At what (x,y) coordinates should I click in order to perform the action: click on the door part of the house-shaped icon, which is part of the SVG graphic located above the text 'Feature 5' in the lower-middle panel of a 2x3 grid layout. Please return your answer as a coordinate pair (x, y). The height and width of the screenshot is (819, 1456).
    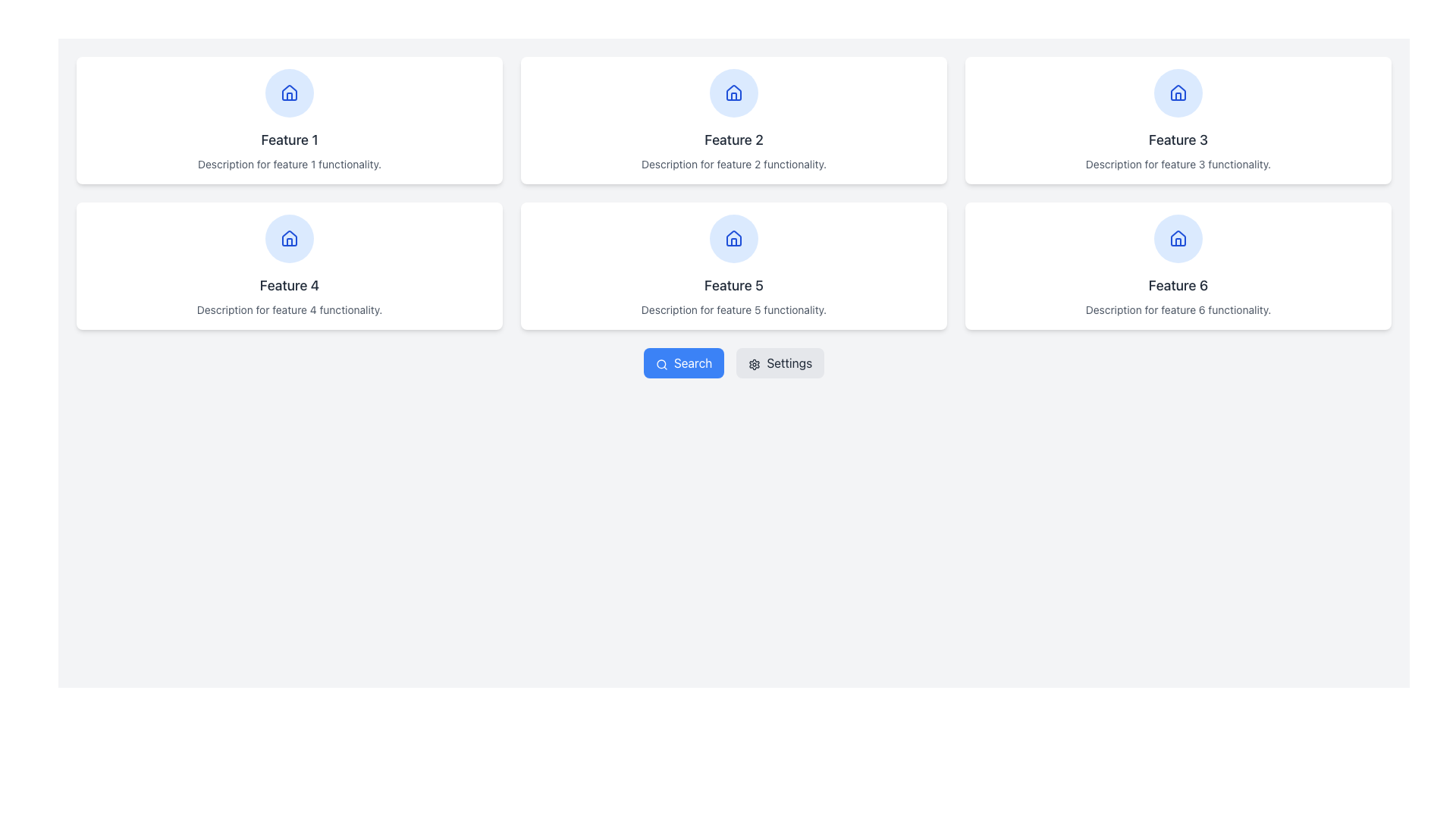
    Looking at the image, I should click on (734, 241).